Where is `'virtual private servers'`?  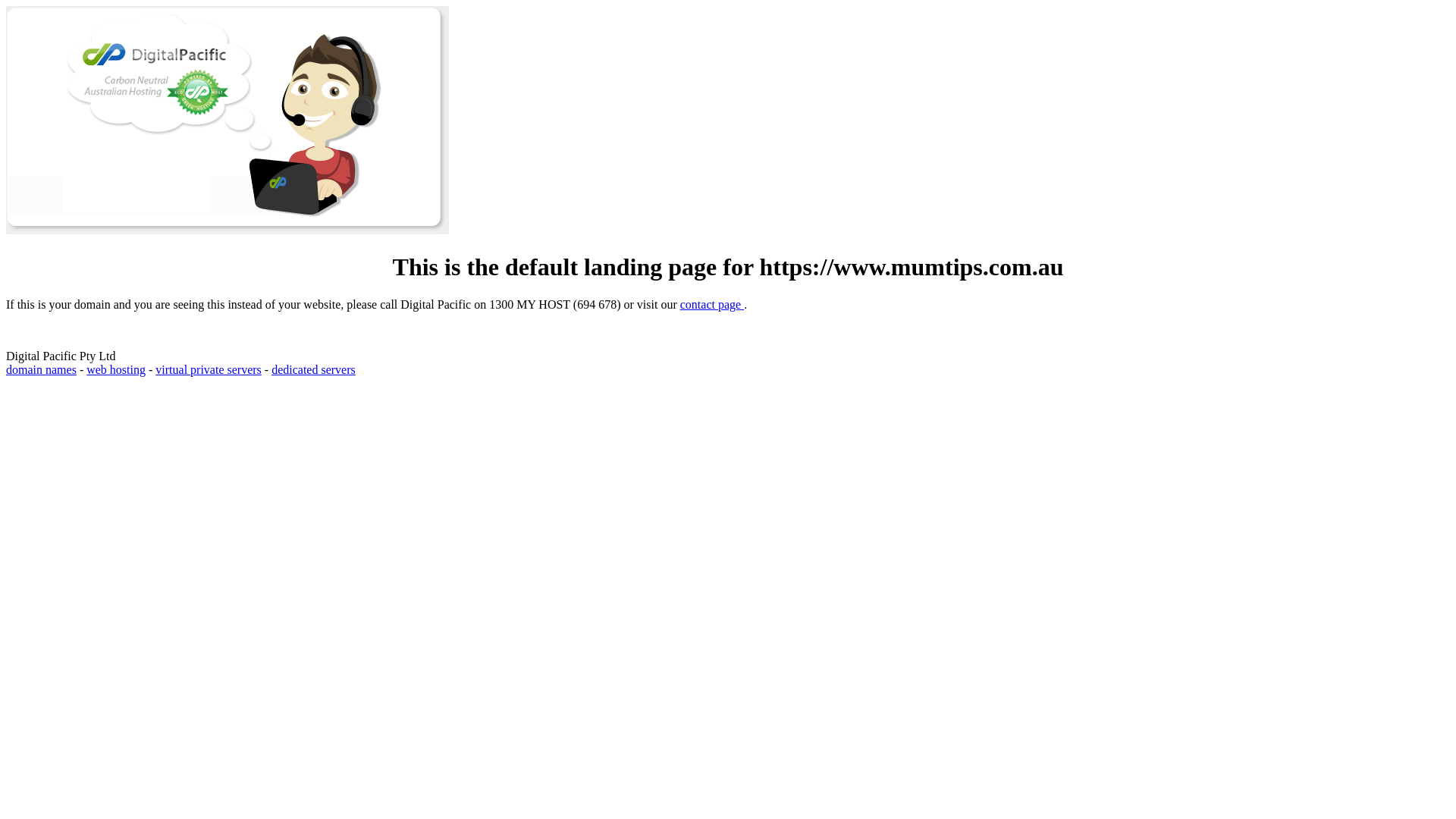
'virtual private servers' is located at coordinates (207, 369).